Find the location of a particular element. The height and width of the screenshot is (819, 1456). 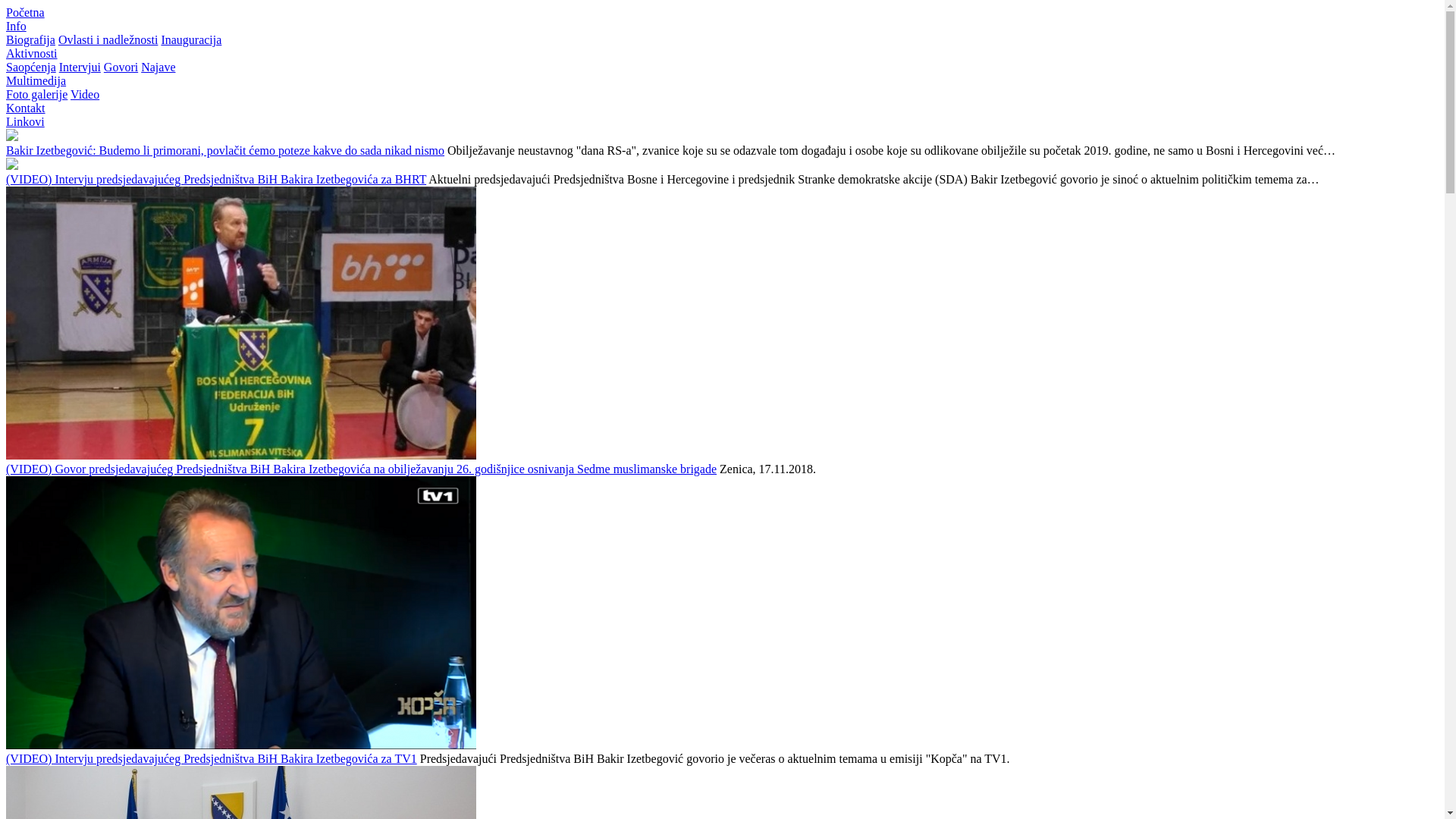

'Aktivnosti' is located at coordinates (32, 52).